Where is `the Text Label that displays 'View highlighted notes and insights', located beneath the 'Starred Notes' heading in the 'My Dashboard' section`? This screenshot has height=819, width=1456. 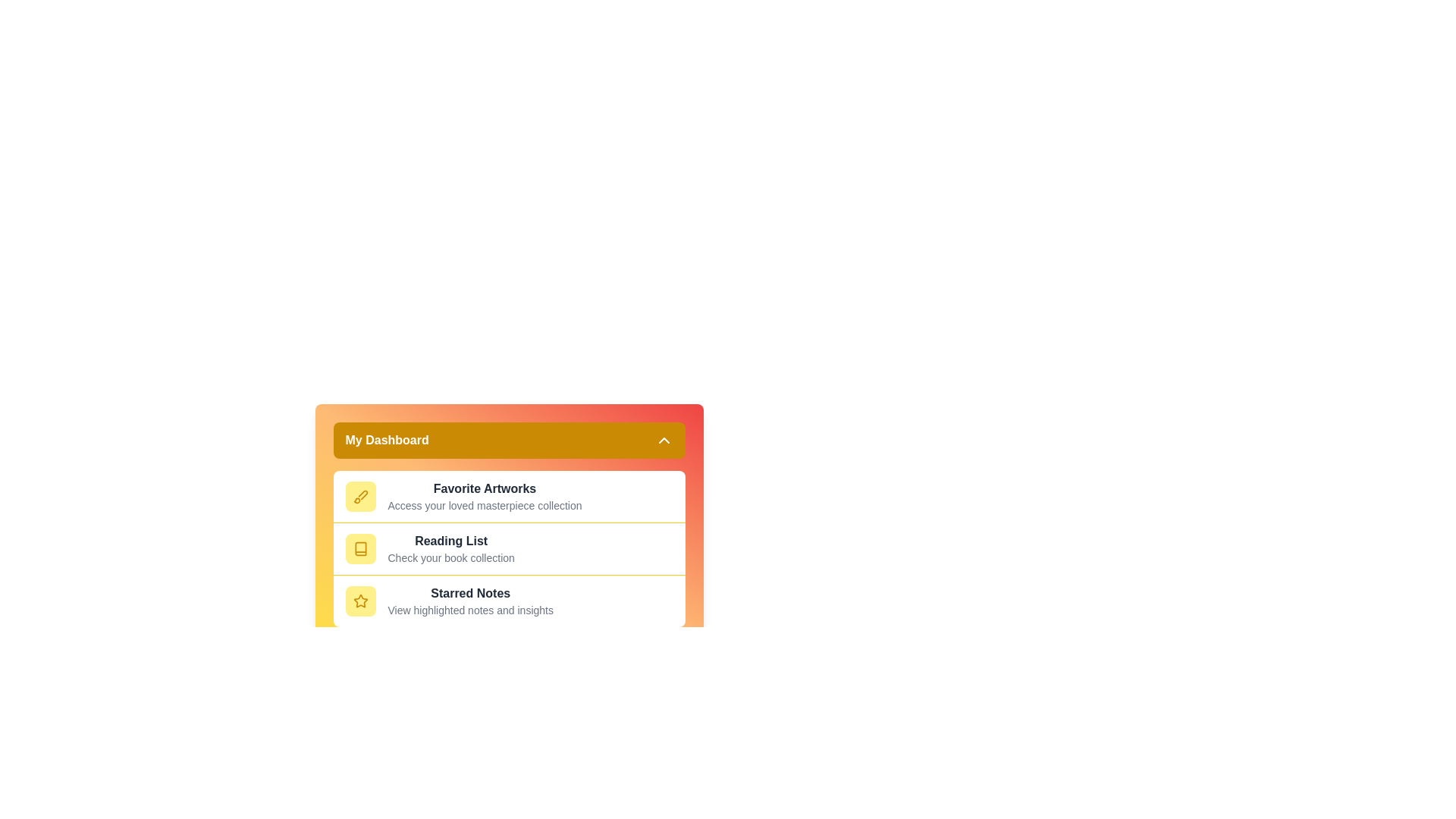
the Text Label that displays 'View highlighted notes and insights', located beneath the 'Starred Notes' heading in the 'My Dashboard' section is located at coordinates (469, 610).